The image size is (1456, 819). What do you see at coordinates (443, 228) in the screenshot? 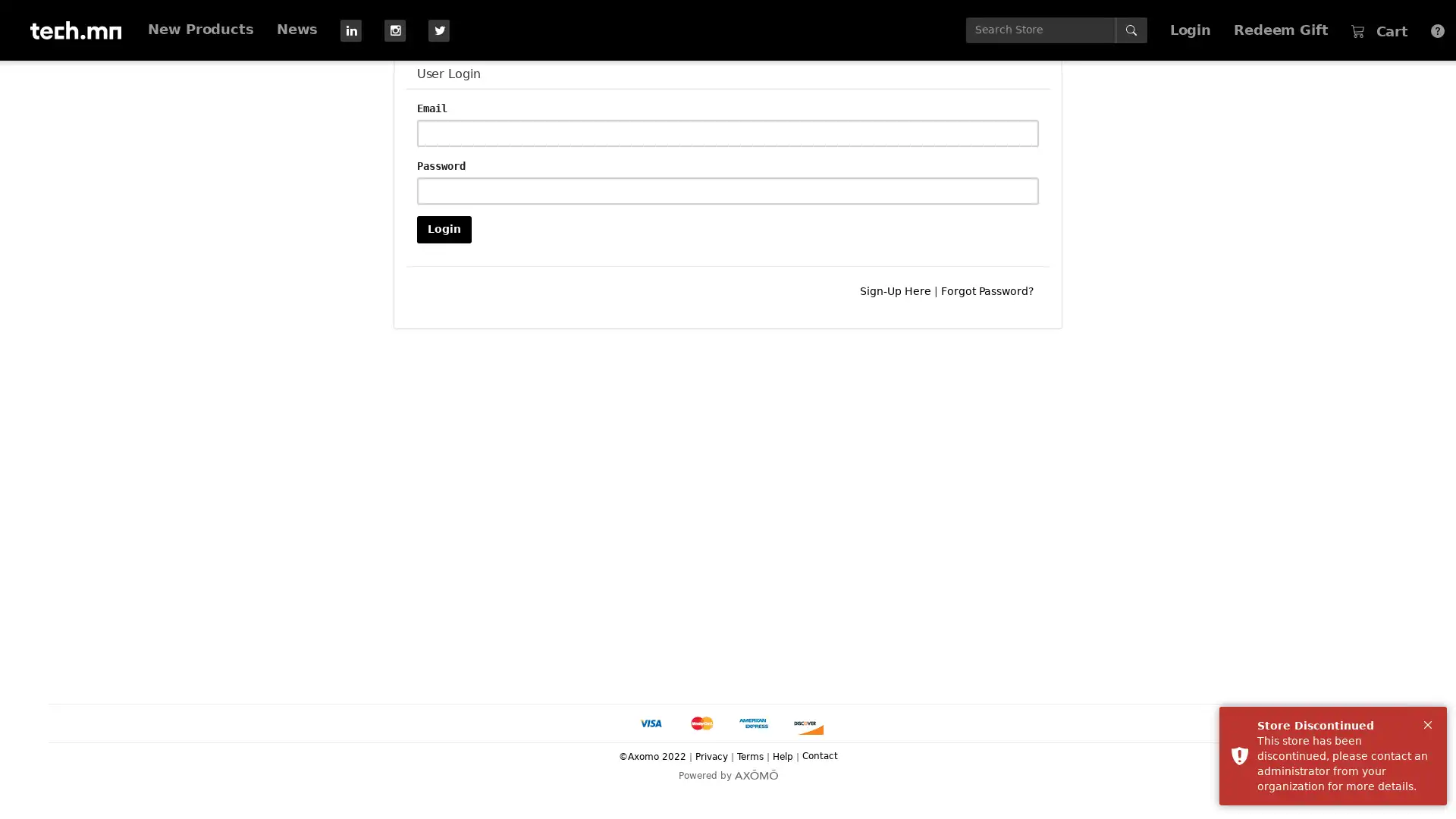
I see `Login` at bounding box center [443, 228].